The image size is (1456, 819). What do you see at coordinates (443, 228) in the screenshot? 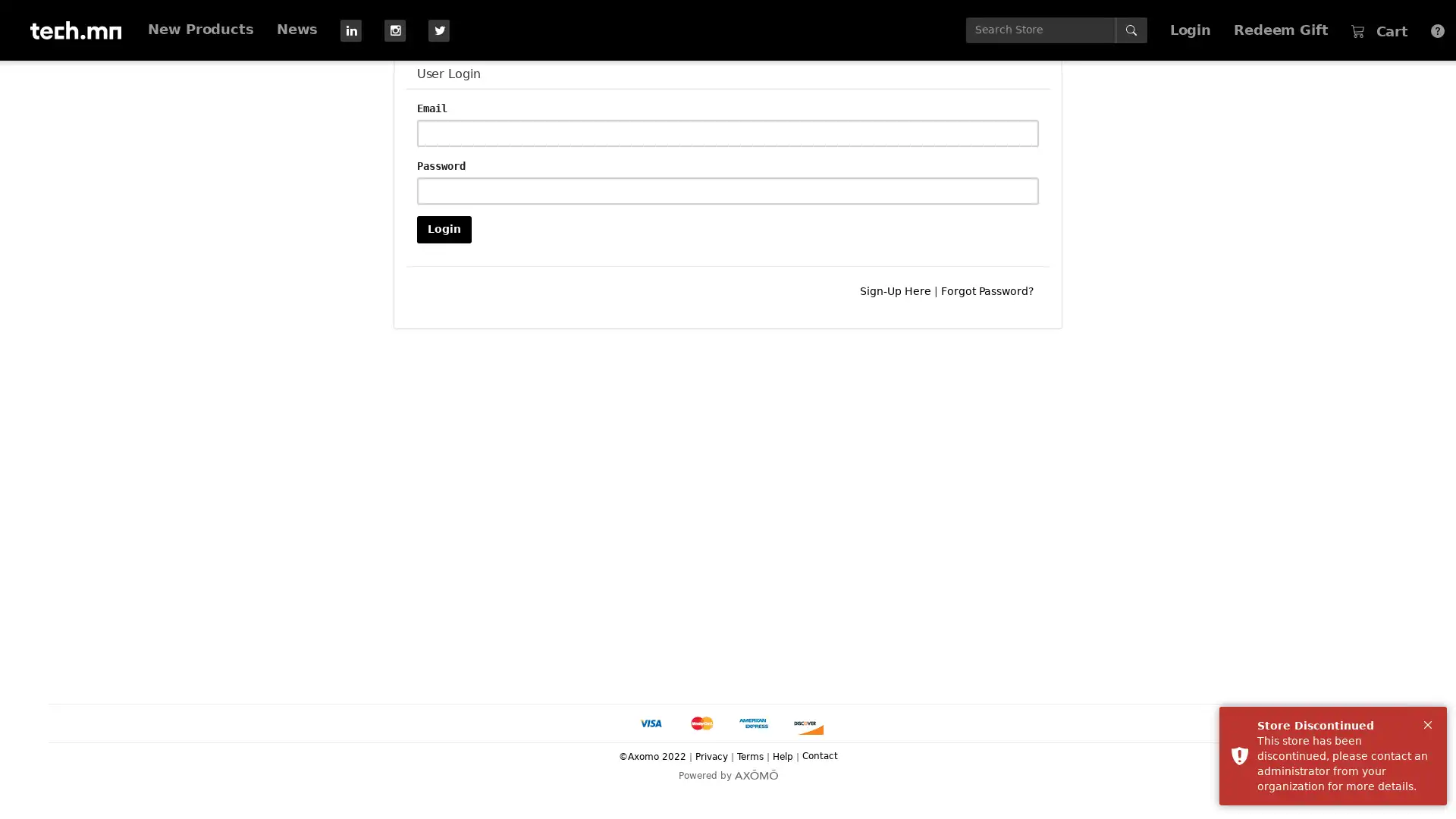
I see `Login` at bounding box center [443, 228].